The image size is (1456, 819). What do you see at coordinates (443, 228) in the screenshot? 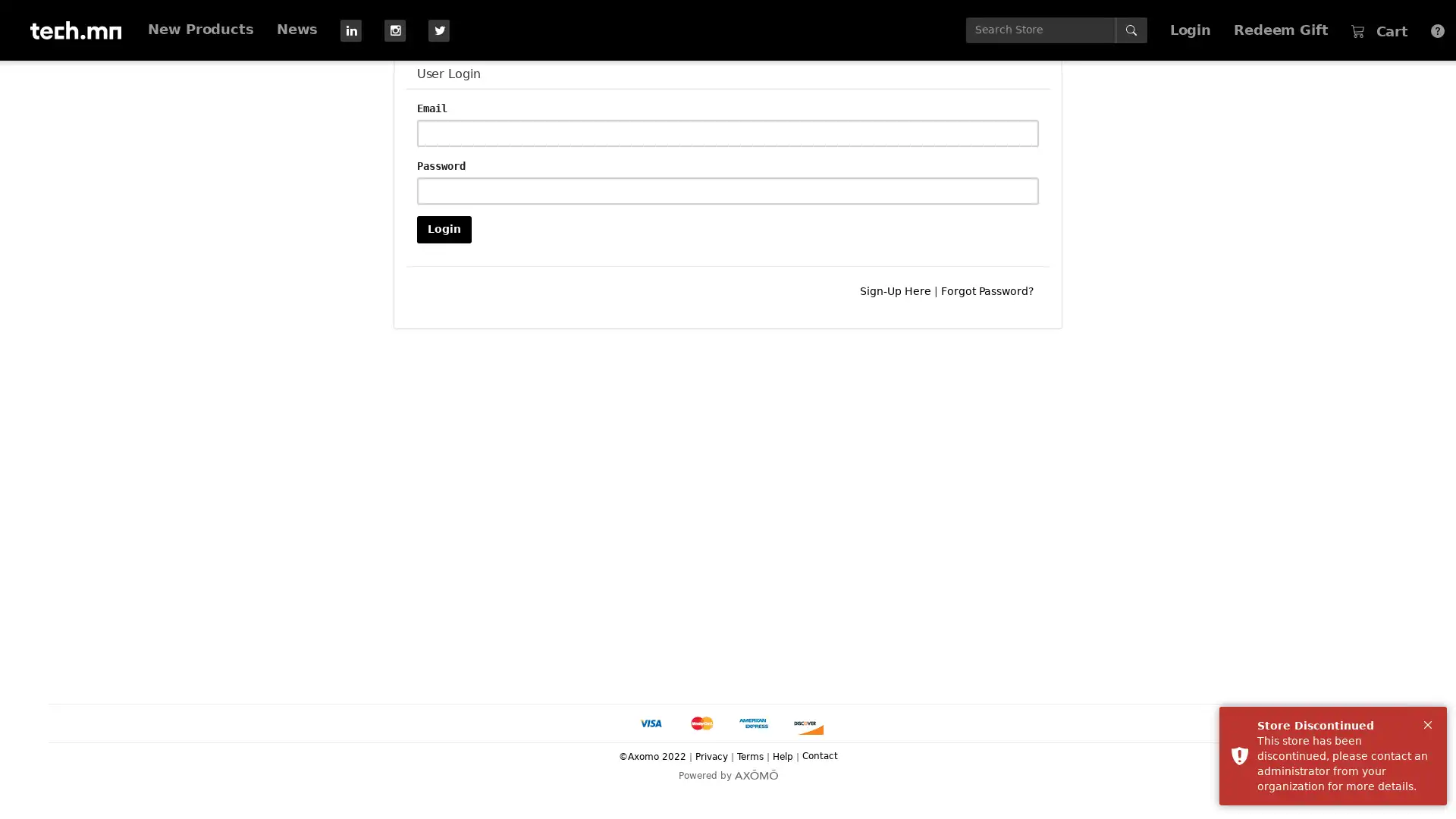
I see `Login` at bounding box center [443, 228].